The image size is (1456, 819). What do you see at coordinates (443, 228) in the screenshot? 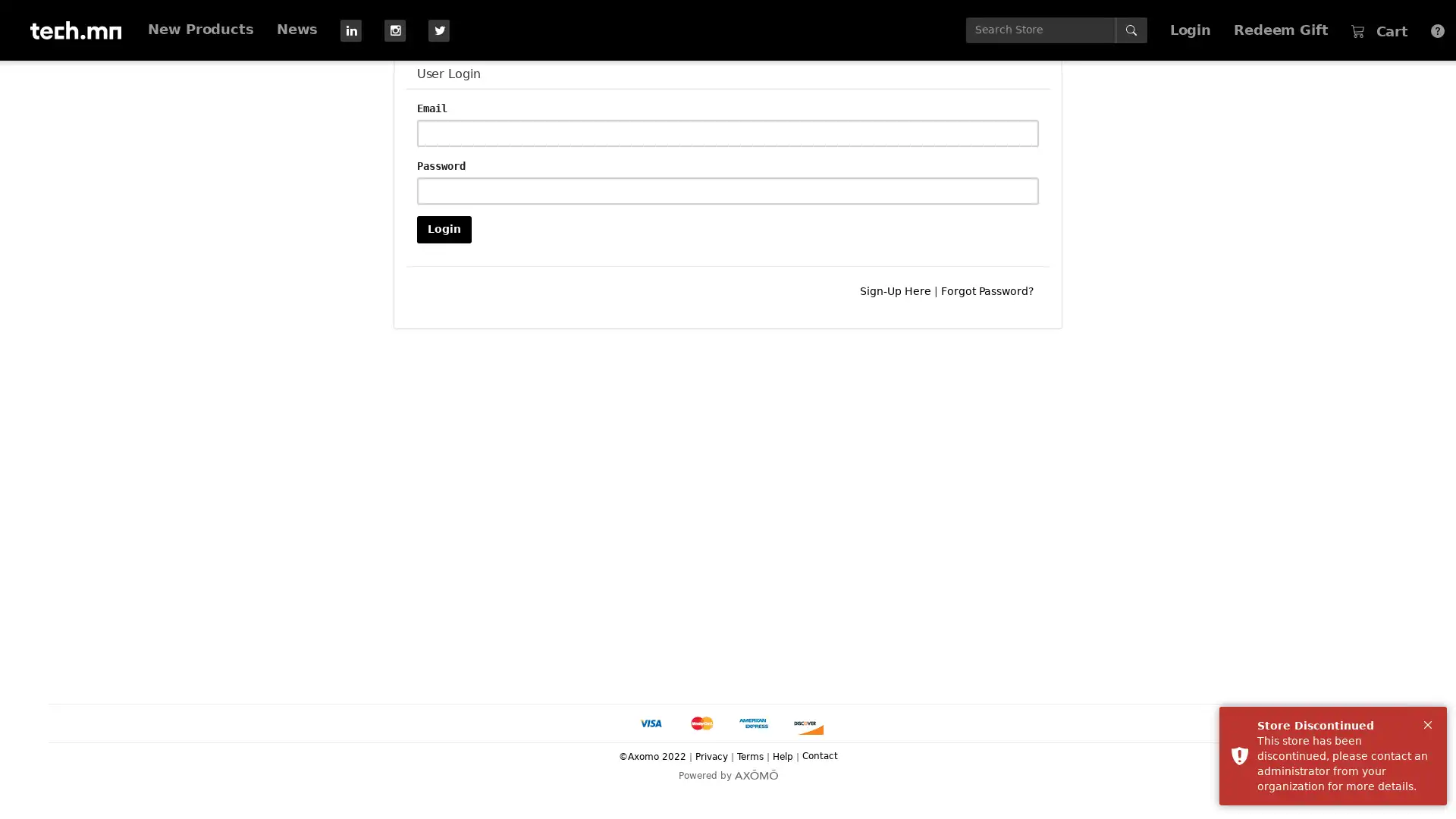
I see `Login` at bounding box center [443, 228].